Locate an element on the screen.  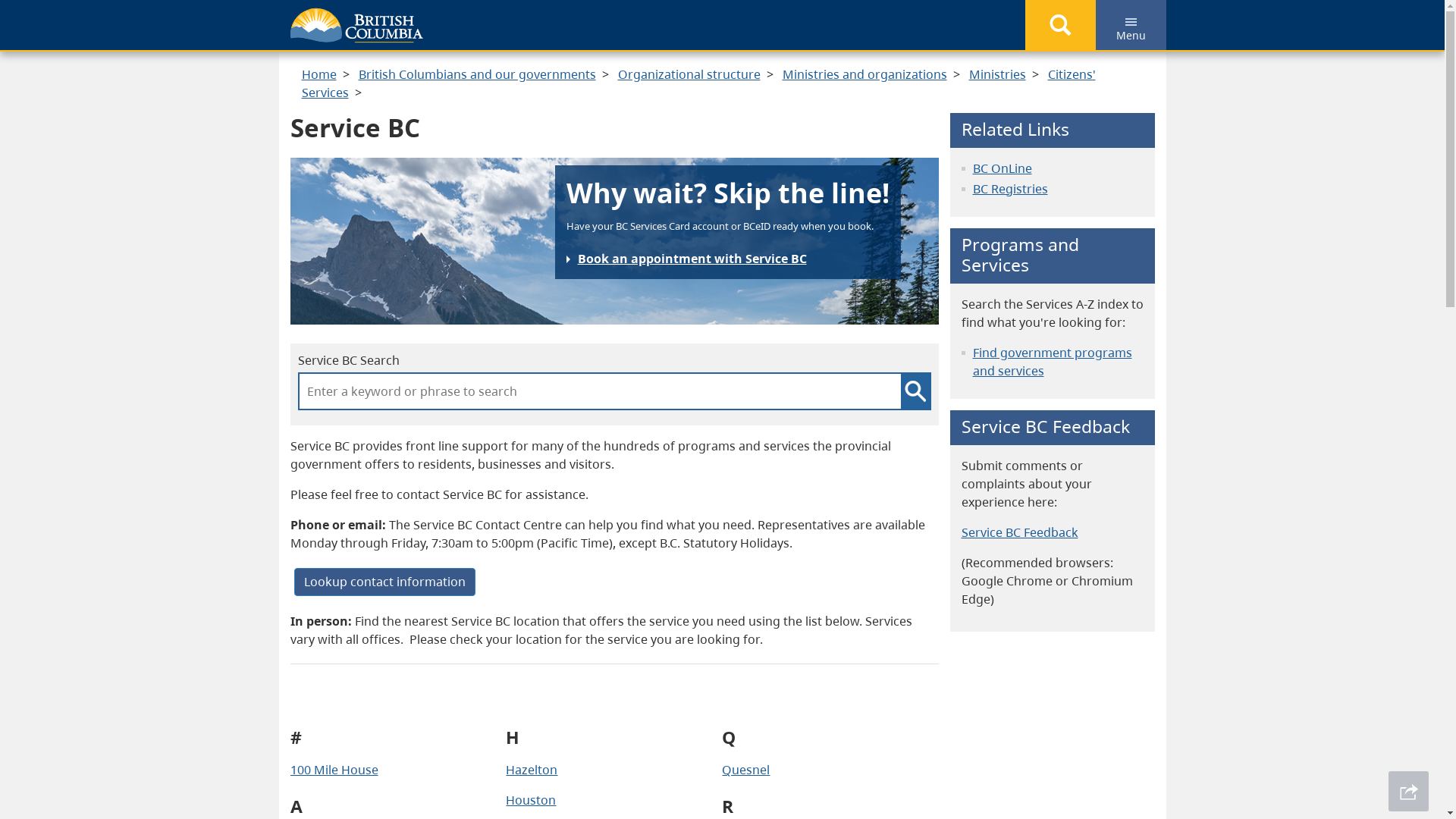
'Menu' is located at coordinates (1130, 25).